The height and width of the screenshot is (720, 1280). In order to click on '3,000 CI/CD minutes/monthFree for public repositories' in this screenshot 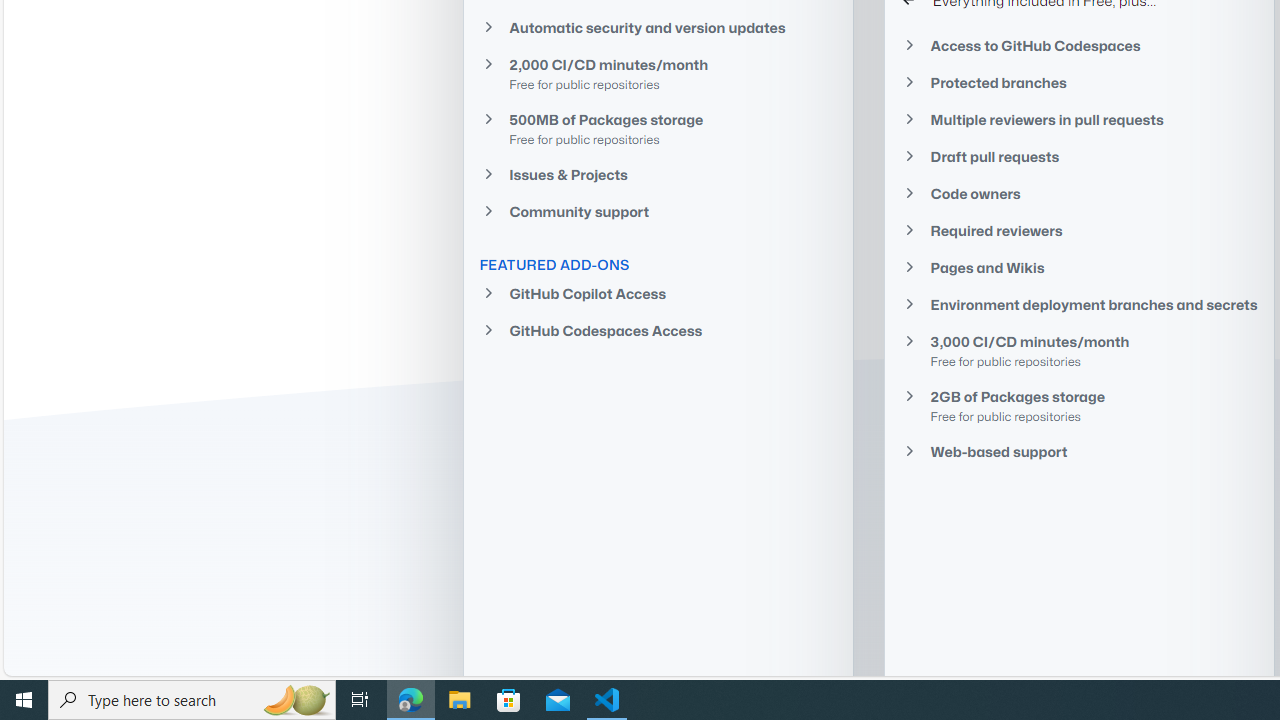, I will do `click(1078, 349)`.